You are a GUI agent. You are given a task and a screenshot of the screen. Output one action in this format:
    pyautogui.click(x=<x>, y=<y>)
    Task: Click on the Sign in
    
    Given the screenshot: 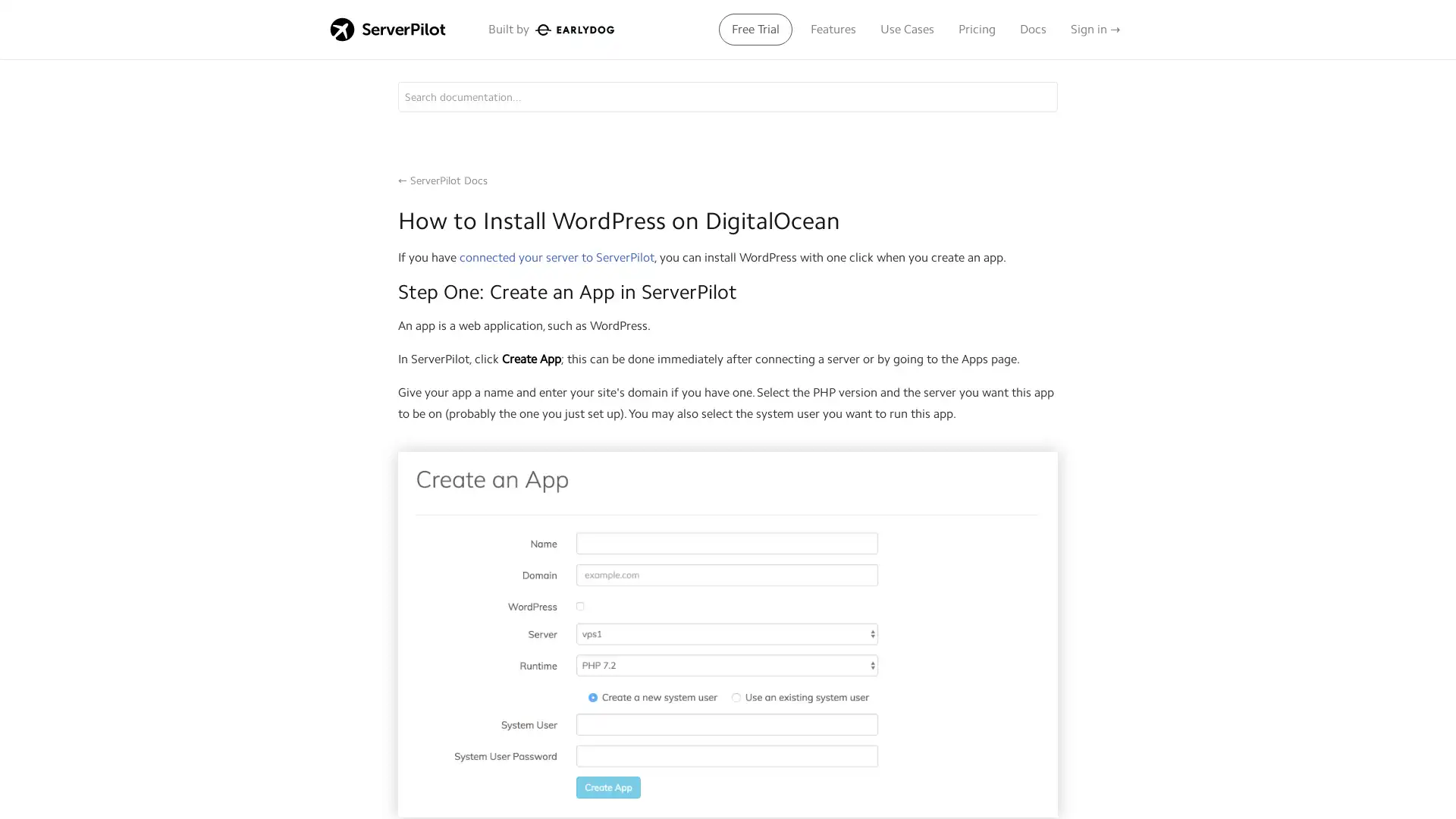 What is the action you would take?
    pyautogui.click(x=1095, y=29)
    